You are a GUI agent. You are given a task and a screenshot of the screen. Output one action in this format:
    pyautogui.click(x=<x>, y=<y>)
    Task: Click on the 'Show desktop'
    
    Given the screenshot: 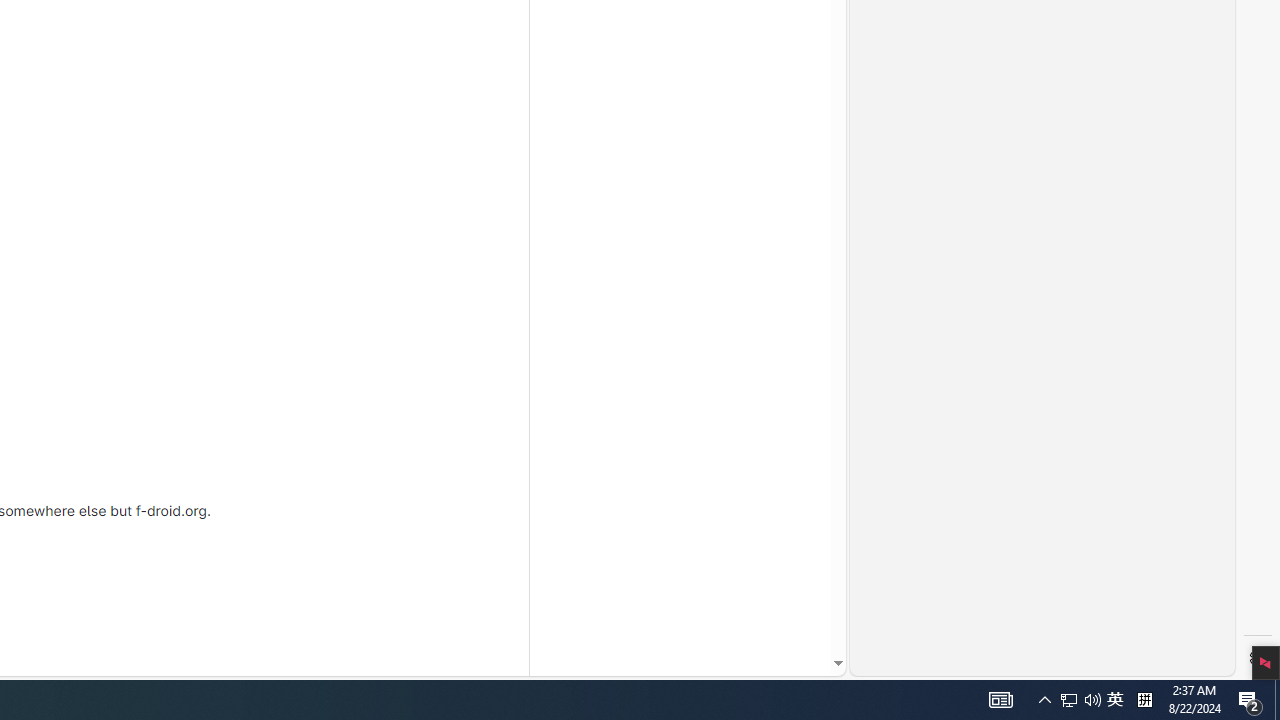 What is the action you would take?
    pyautogui.click(x=1276, y=698)
    